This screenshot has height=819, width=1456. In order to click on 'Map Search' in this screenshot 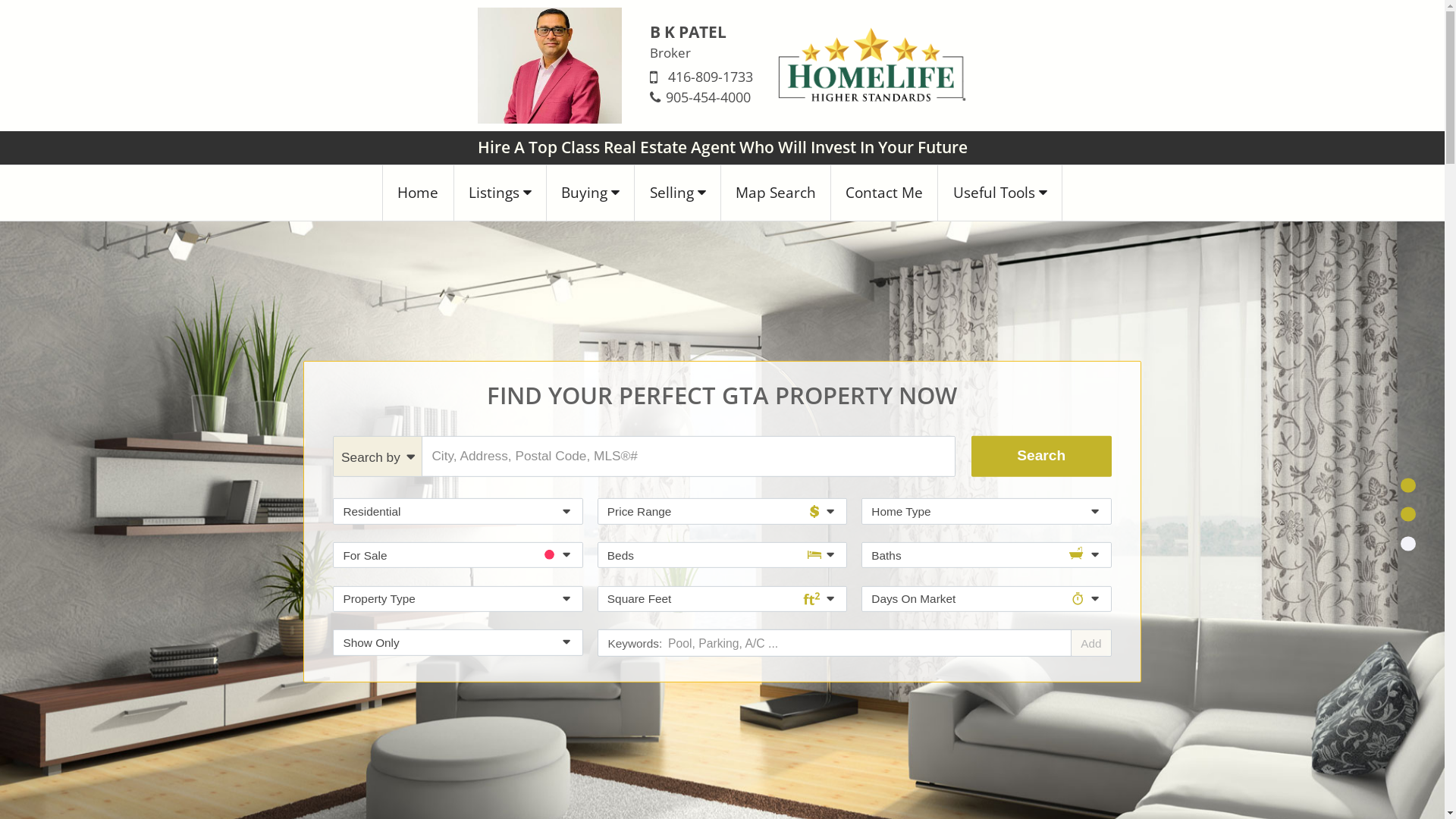, I will do `click(776, 192)`.